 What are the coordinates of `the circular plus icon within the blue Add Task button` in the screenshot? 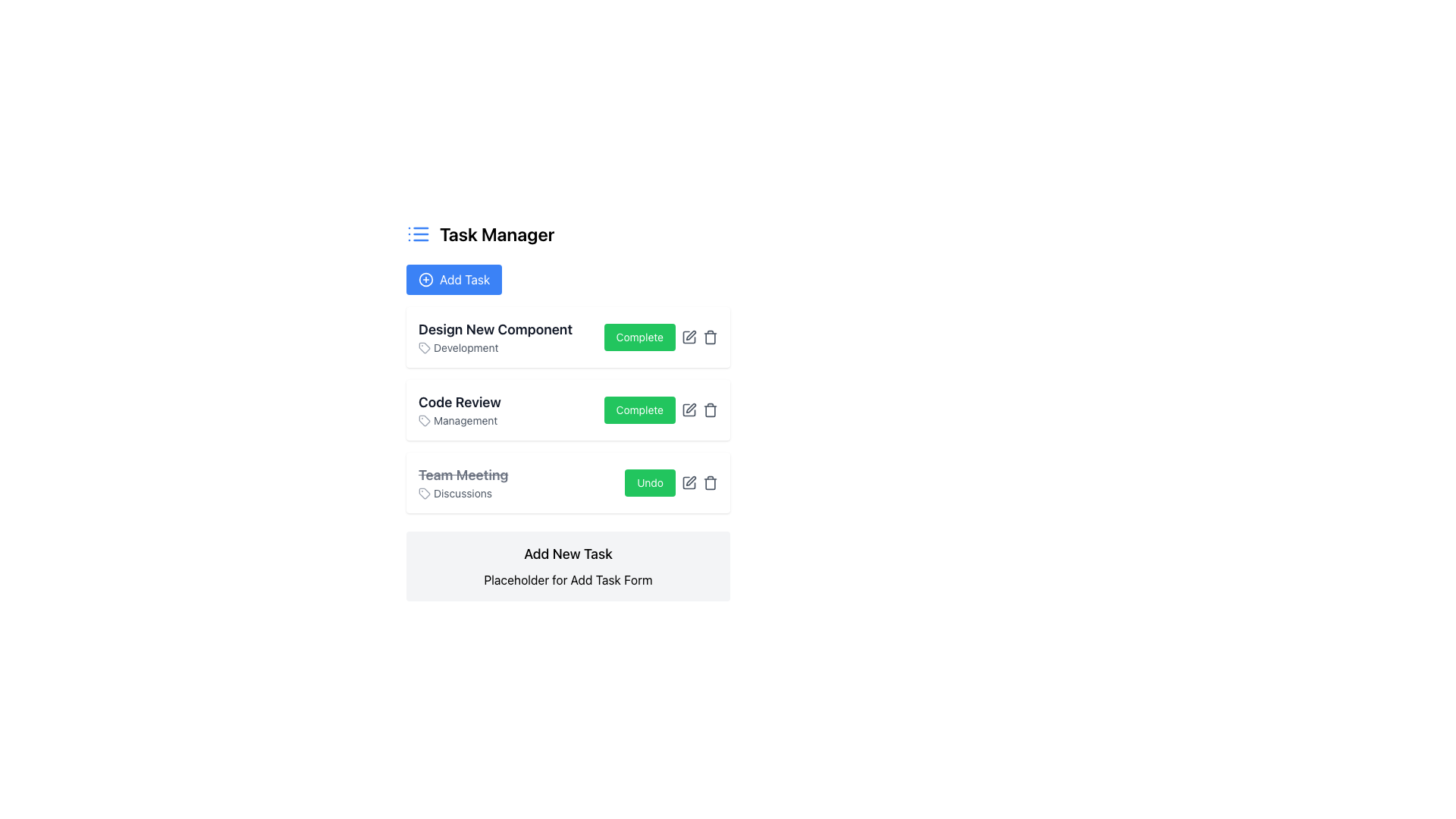 It's located at (425, 280).